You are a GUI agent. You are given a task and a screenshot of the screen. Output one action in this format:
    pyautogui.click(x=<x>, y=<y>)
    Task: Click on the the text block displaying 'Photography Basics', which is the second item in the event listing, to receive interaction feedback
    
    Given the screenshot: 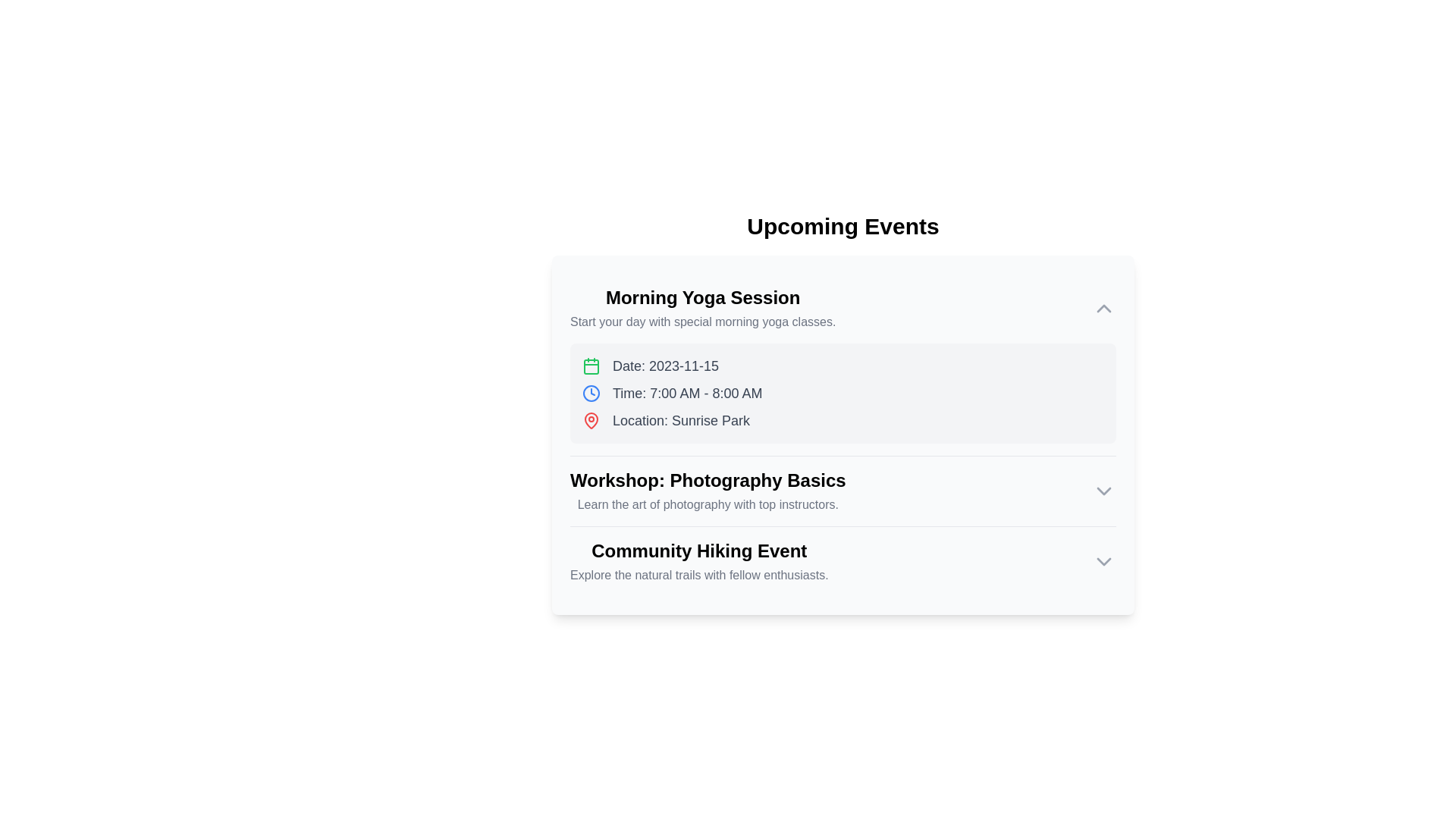 What is the action you would take?
    pyautogui.click(x=707, y=491)
    